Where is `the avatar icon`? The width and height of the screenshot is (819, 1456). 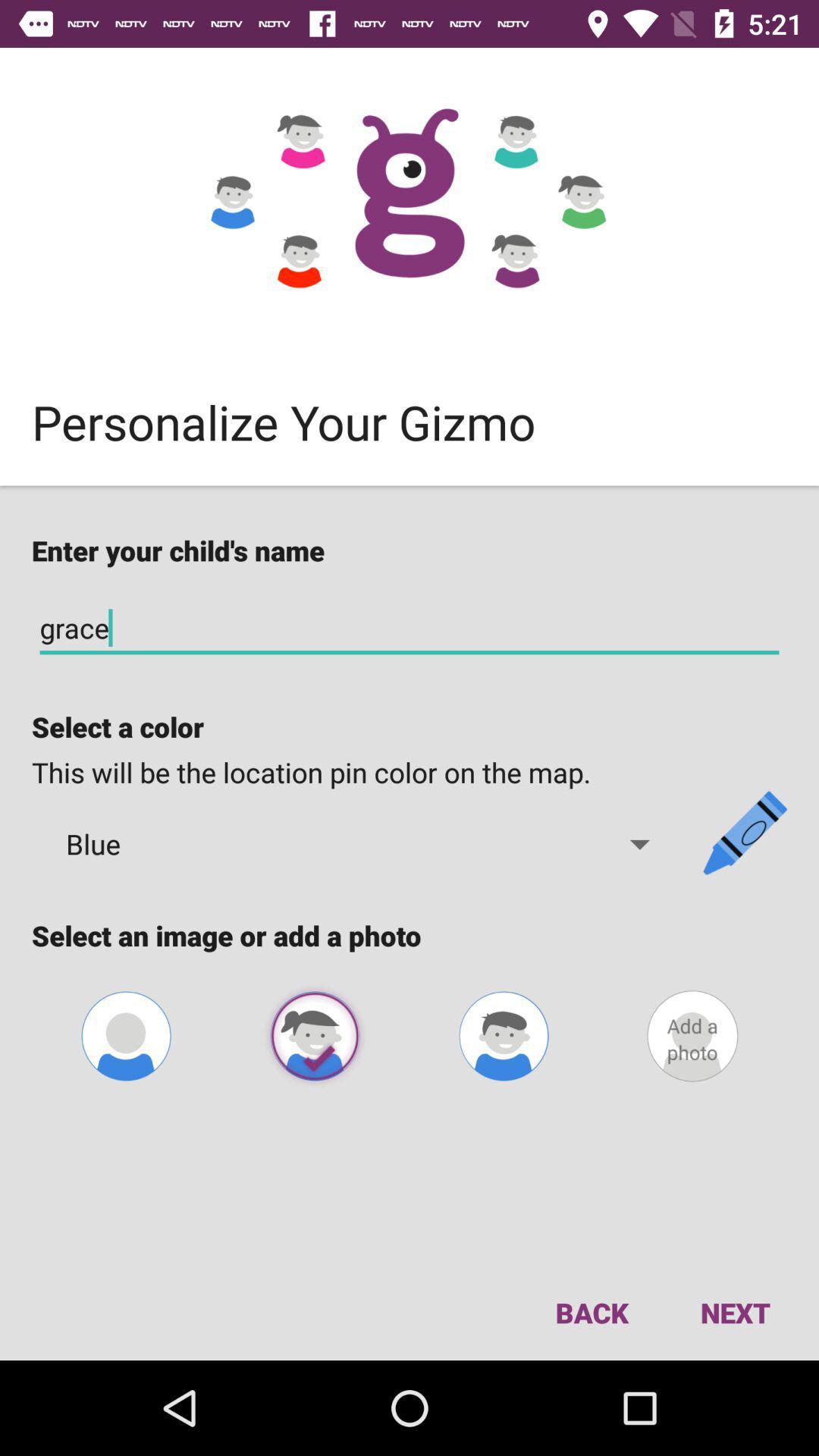
the avatar icon is located at coordinates (504, 1035).